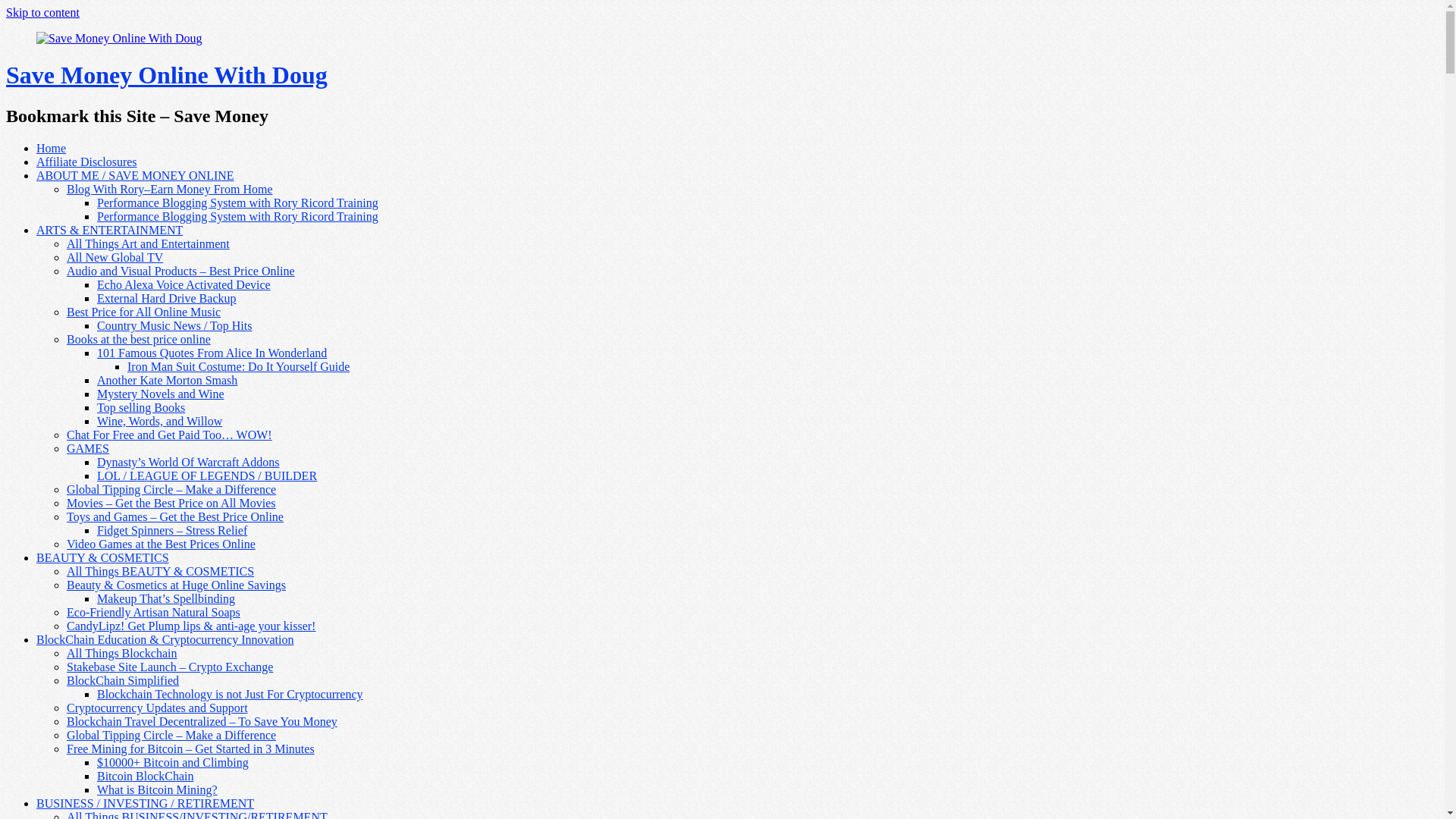 The height and width of the screenshot is (819, 1456). What do you see at coordinates (211, 353) in the screenshot?
I see `'101 Famous Quotes From Alice In Wonderland'` at bounding box center [211, 353].